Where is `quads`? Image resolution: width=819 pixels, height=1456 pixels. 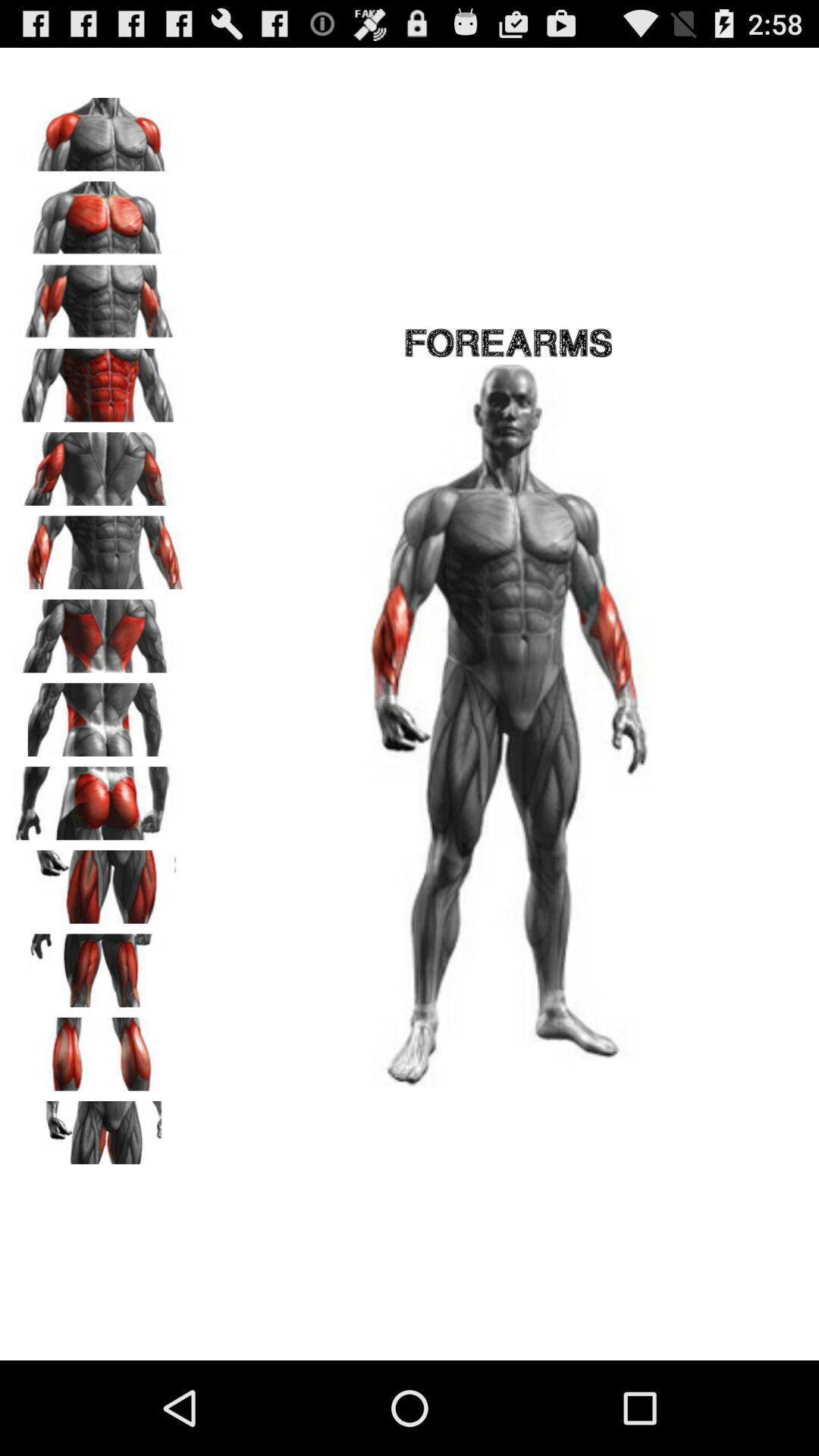 quads is located at coordinates (99, 881).